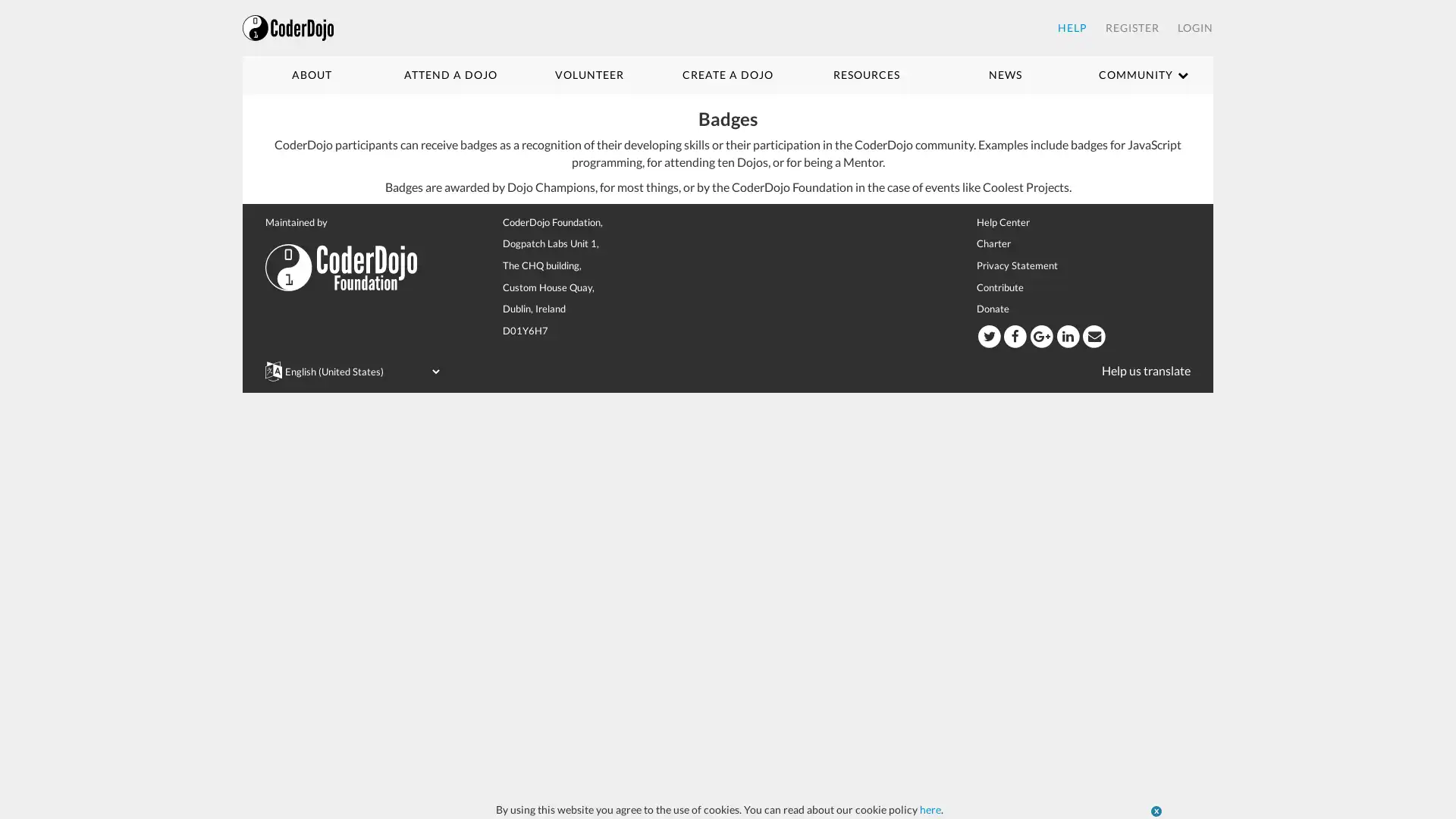  Describe the element at coordinates (1156, 809) in the screenshot. I see `x` at that location.